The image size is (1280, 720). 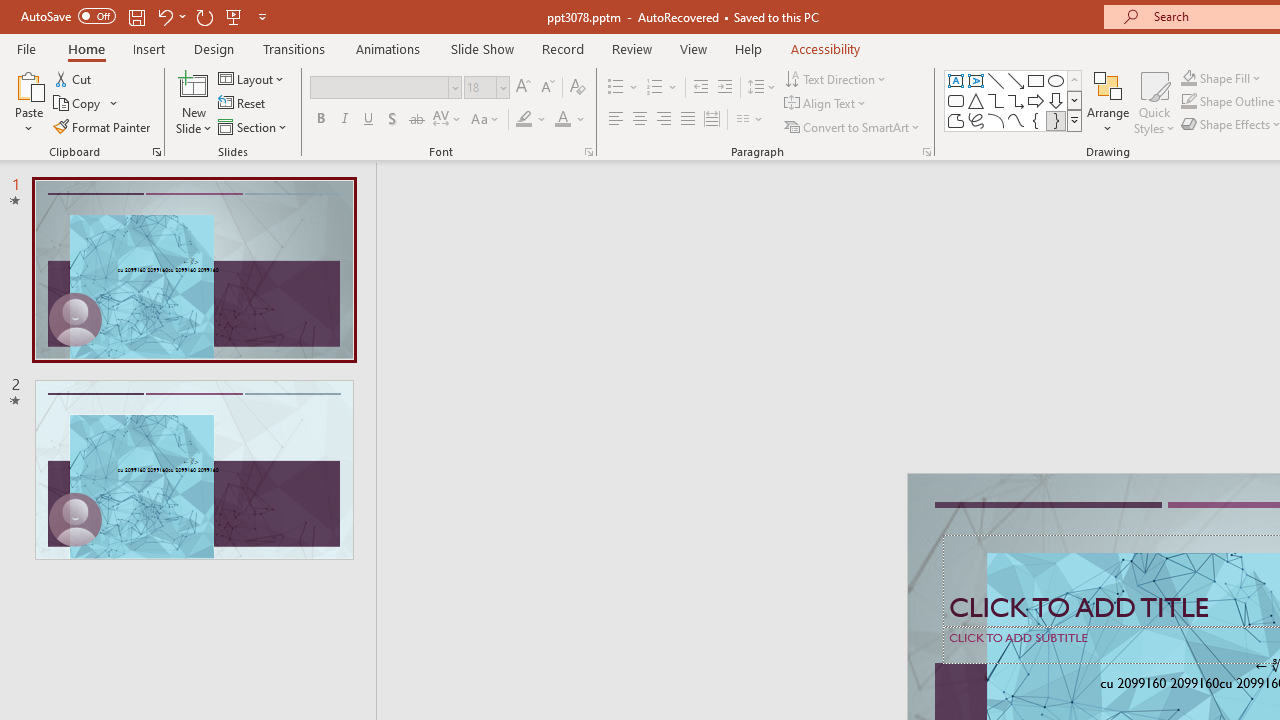 I want to click on 'Increase Indent', so click(x=724, y=86).